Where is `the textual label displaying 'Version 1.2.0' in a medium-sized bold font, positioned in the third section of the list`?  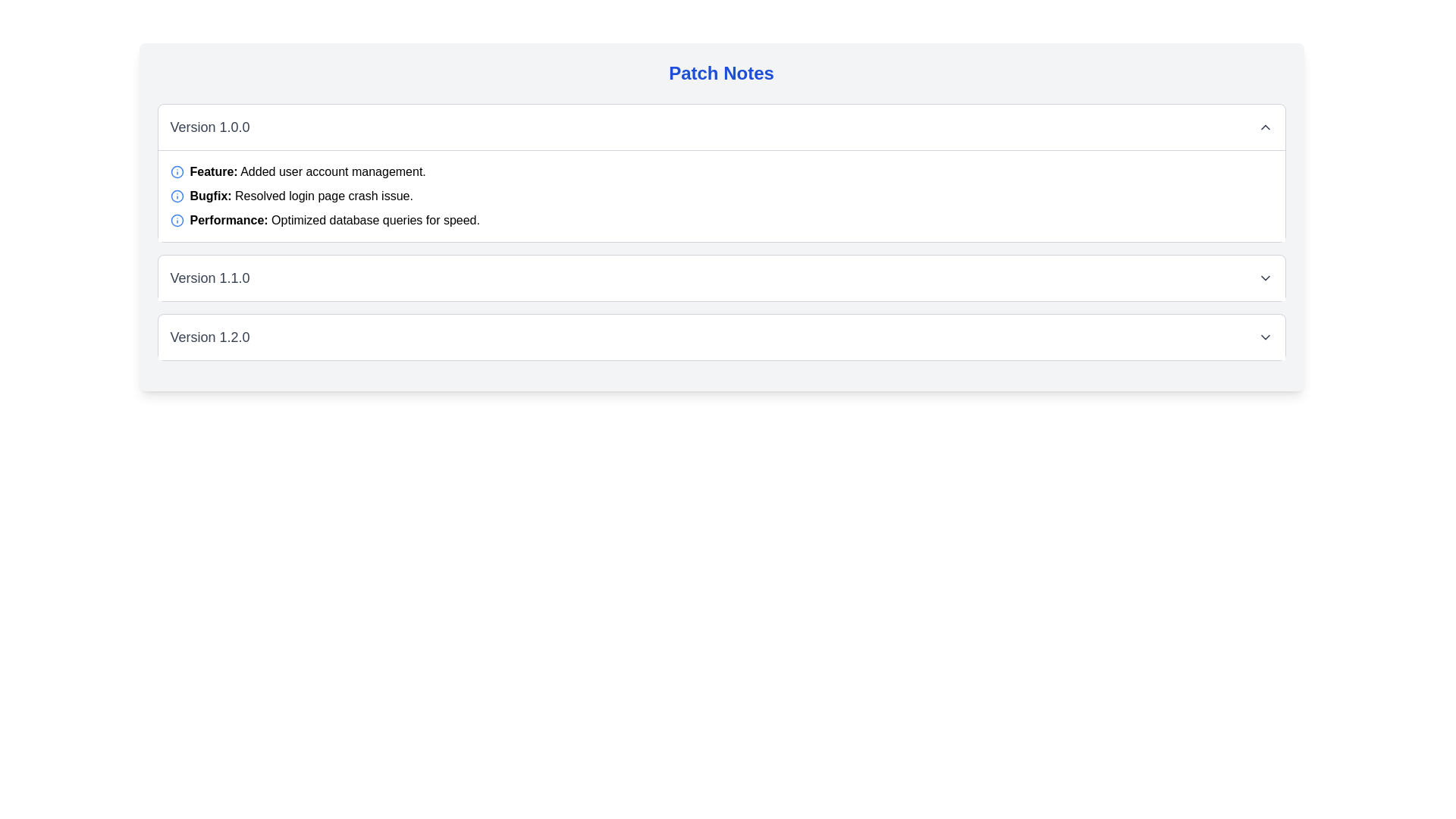
the textual label displaying 'Version 1.2.0' in a medium-sized bold font, positioned in the third section of the list is located at coordinates (209, 336).